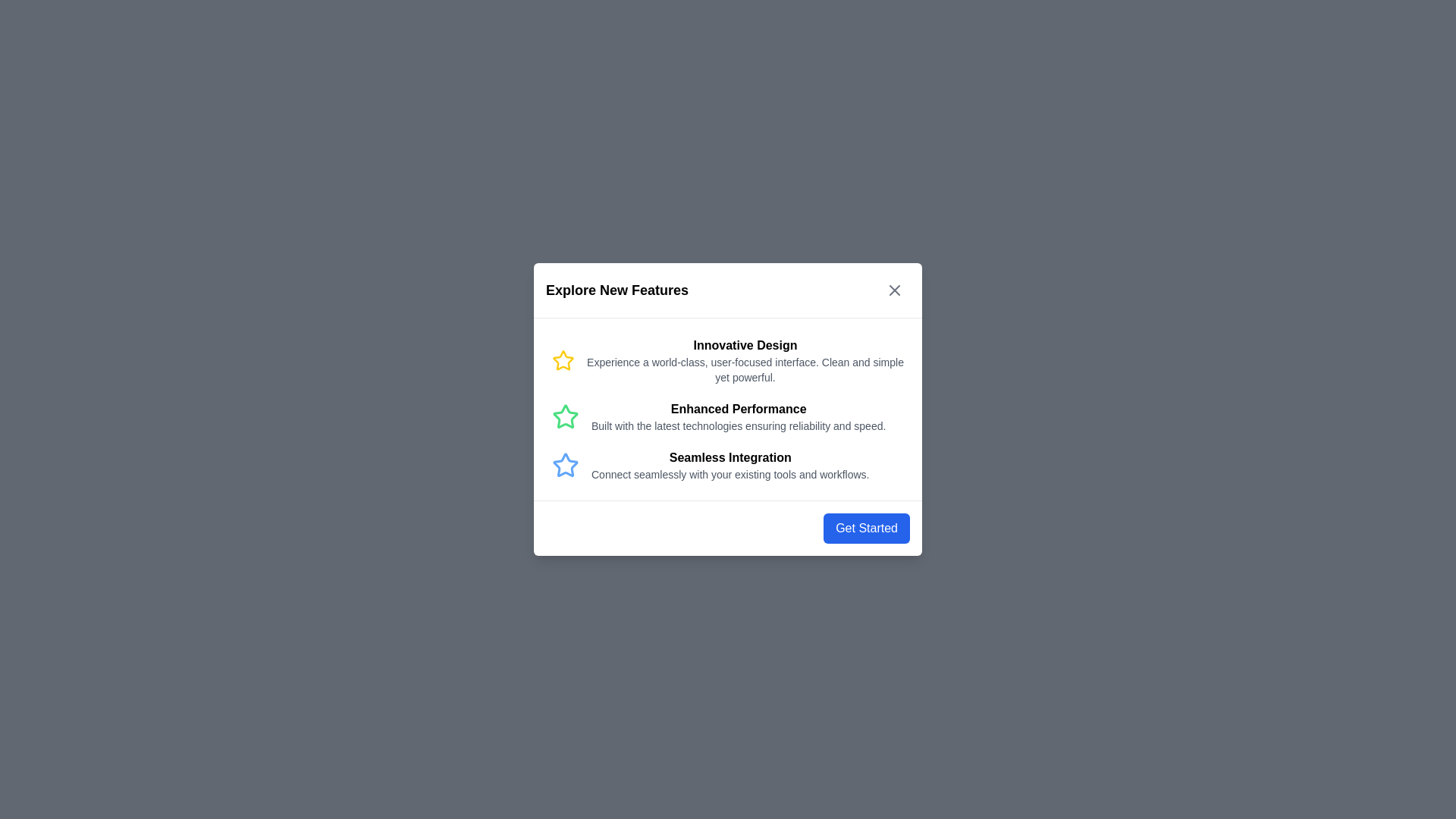 Image resolution: width=1456 pixels, height=819 pixels. I want to click on the title text label at the top of the modal window, which indicates the purpose of the content below it, so click(617, 290).